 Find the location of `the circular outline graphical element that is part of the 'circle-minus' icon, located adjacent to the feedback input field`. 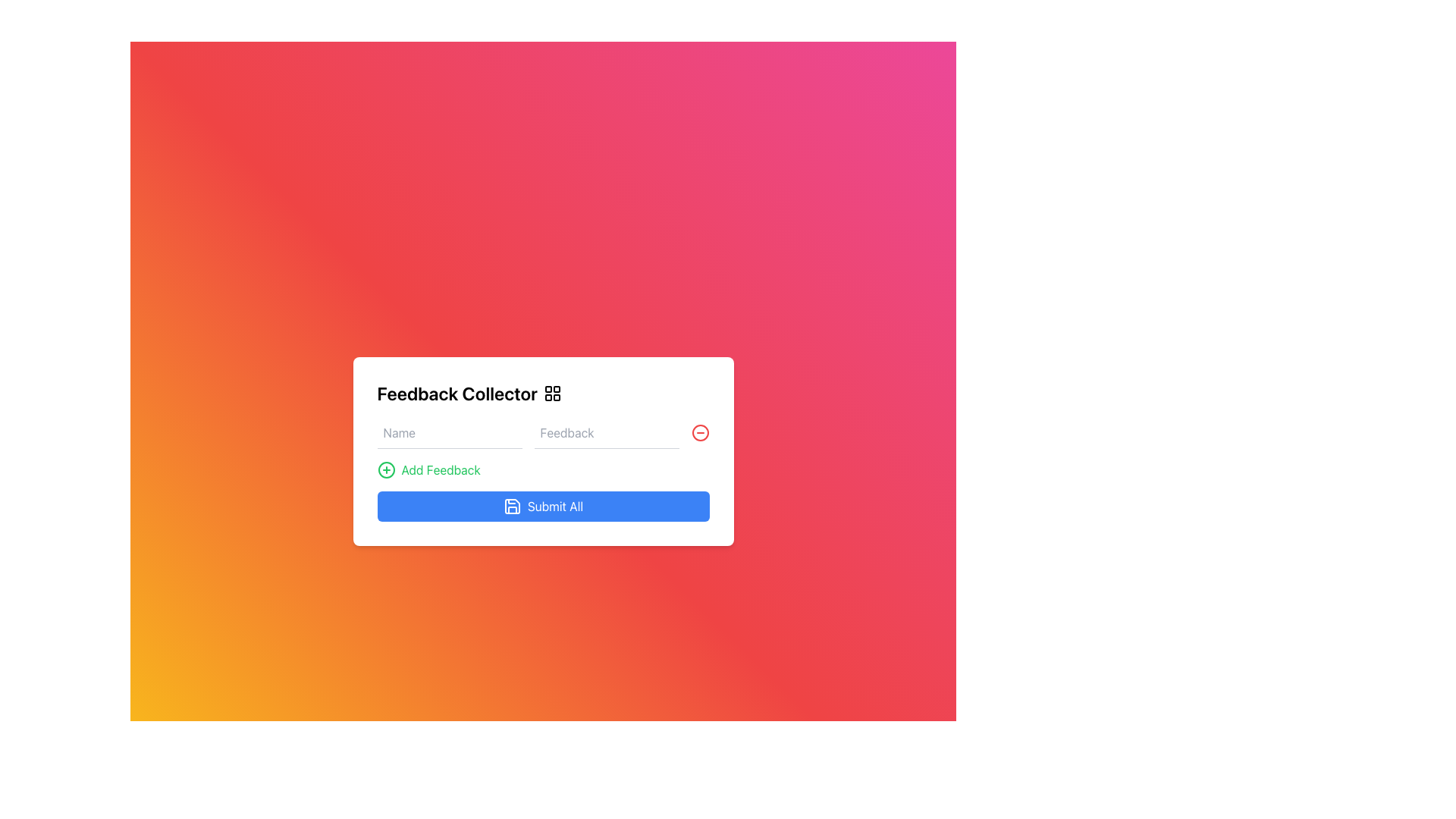

the circular outline graphical element that is part of the 'circle-minus' icon, located adjacent to the feedback input field is located at coordinates (699, 432).